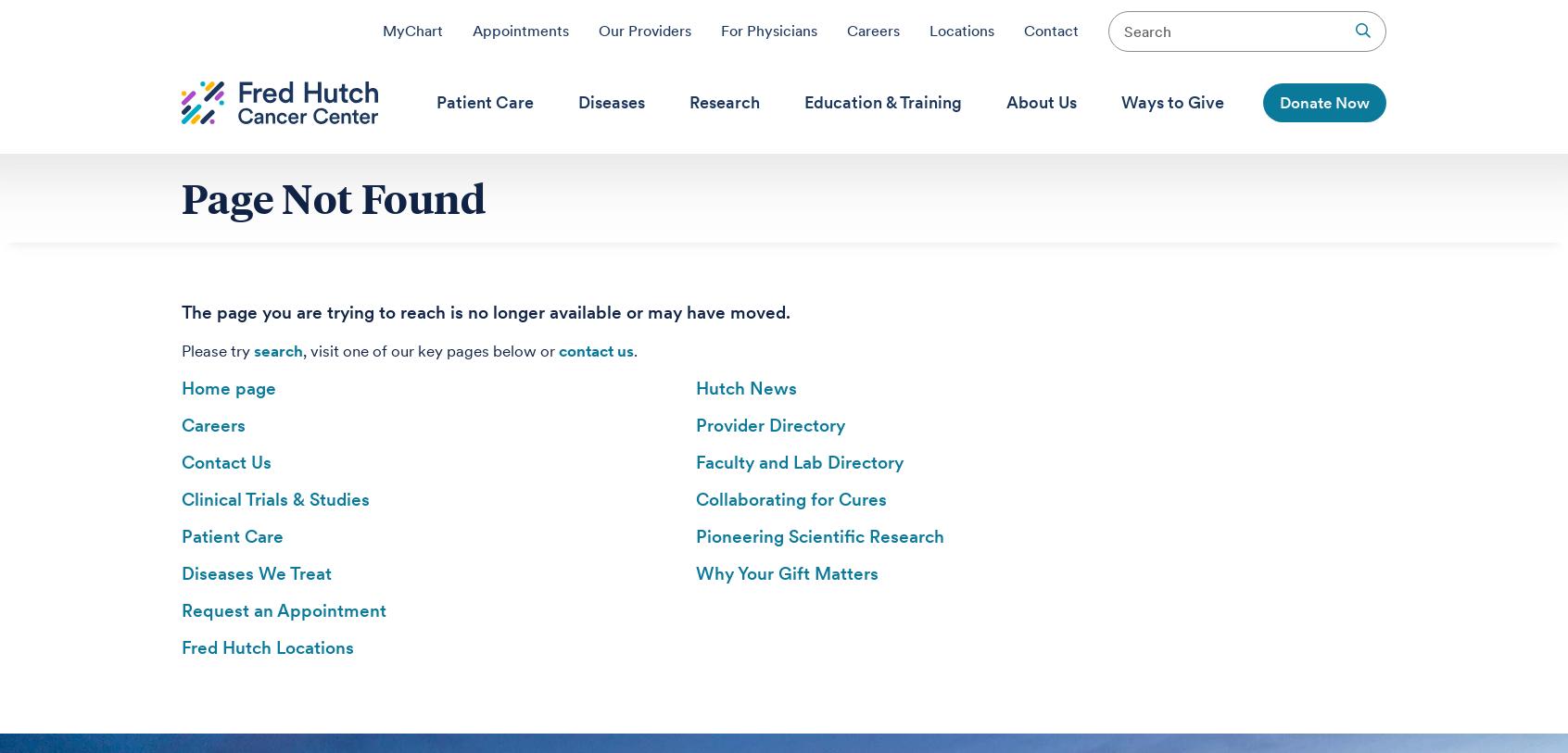 The height and width of the screenshot is (753, 1568). I want to click on 'The page you are trying to reach is no longer available or may have moved.', so click(180, 311).